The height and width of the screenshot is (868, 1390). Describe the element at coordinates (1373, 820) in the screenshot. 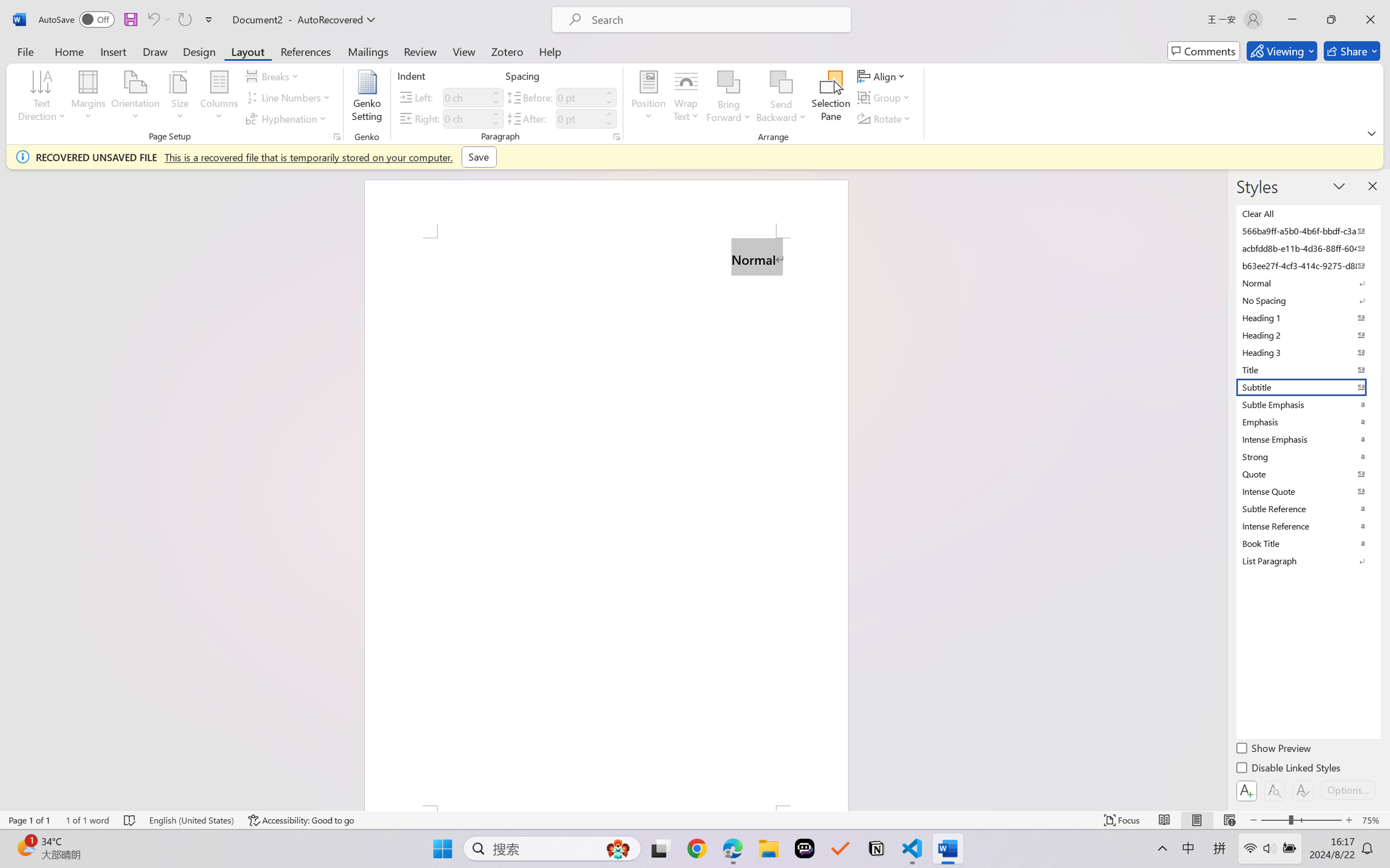

I see `'Zoom 75%'` at that location.